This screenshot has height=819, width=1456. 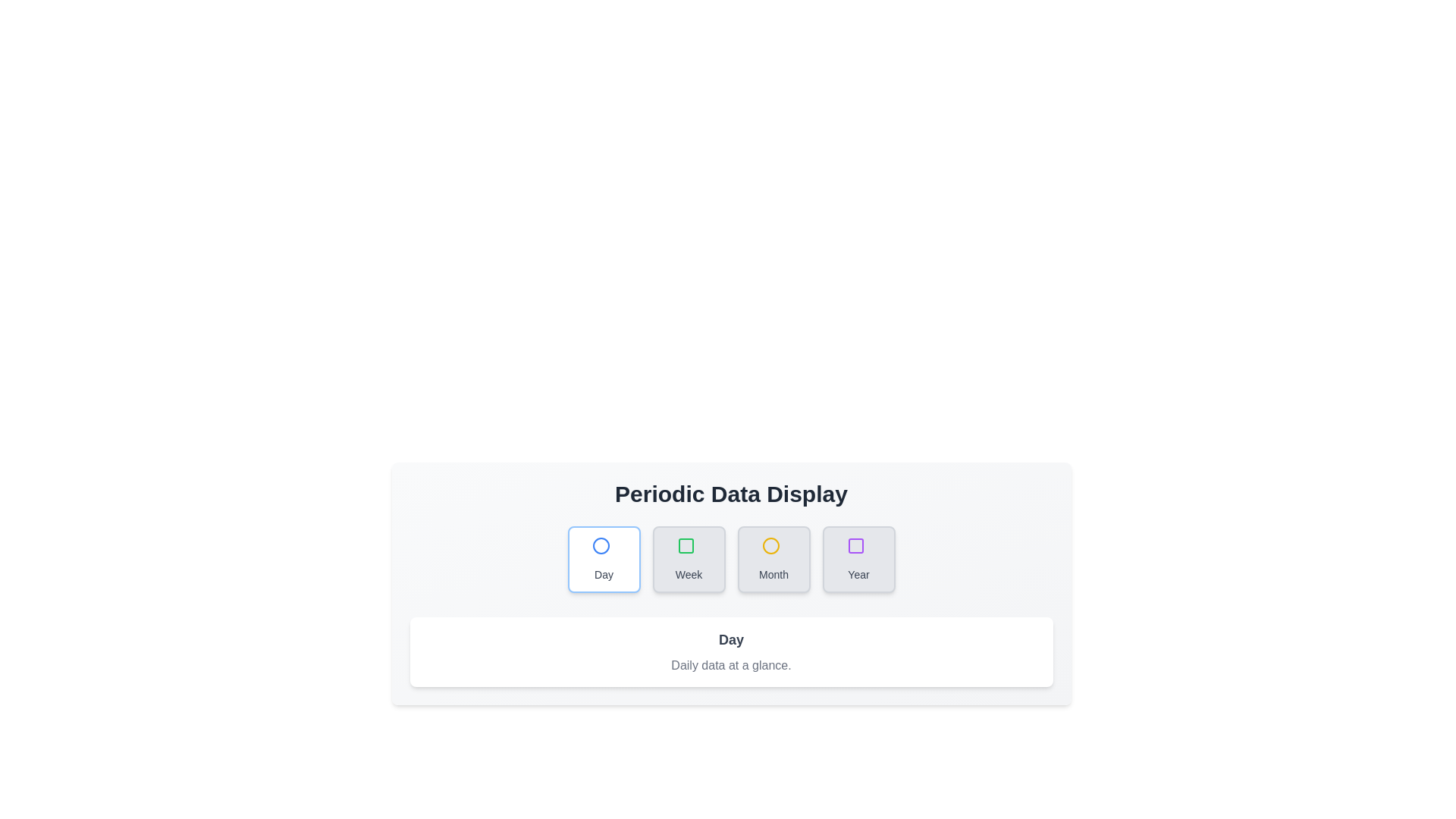 What do you see at coordinates (773, 575) in the screenshot?
I see `the 'Month' text label inside the button that is part of a group with 'Day', 'Week', and 'Year' options` at bounding box center [773, 575].